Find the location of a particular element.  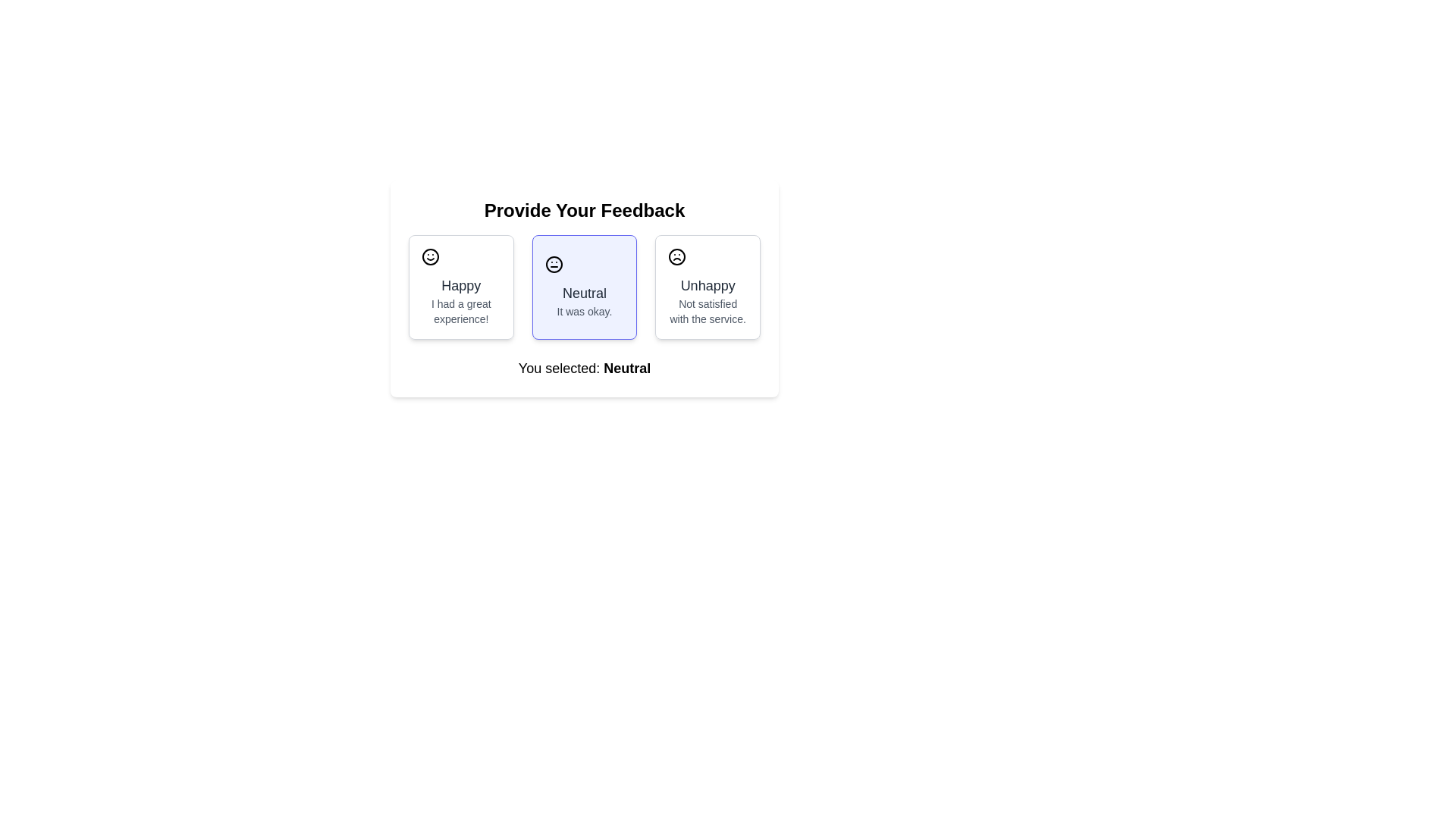

the 'Unhappy' feedback option, which is a rectangular button with a sad face icon and text indicating dissatisfaction, located at the coordinates provided is located at coordinates (707, 287).